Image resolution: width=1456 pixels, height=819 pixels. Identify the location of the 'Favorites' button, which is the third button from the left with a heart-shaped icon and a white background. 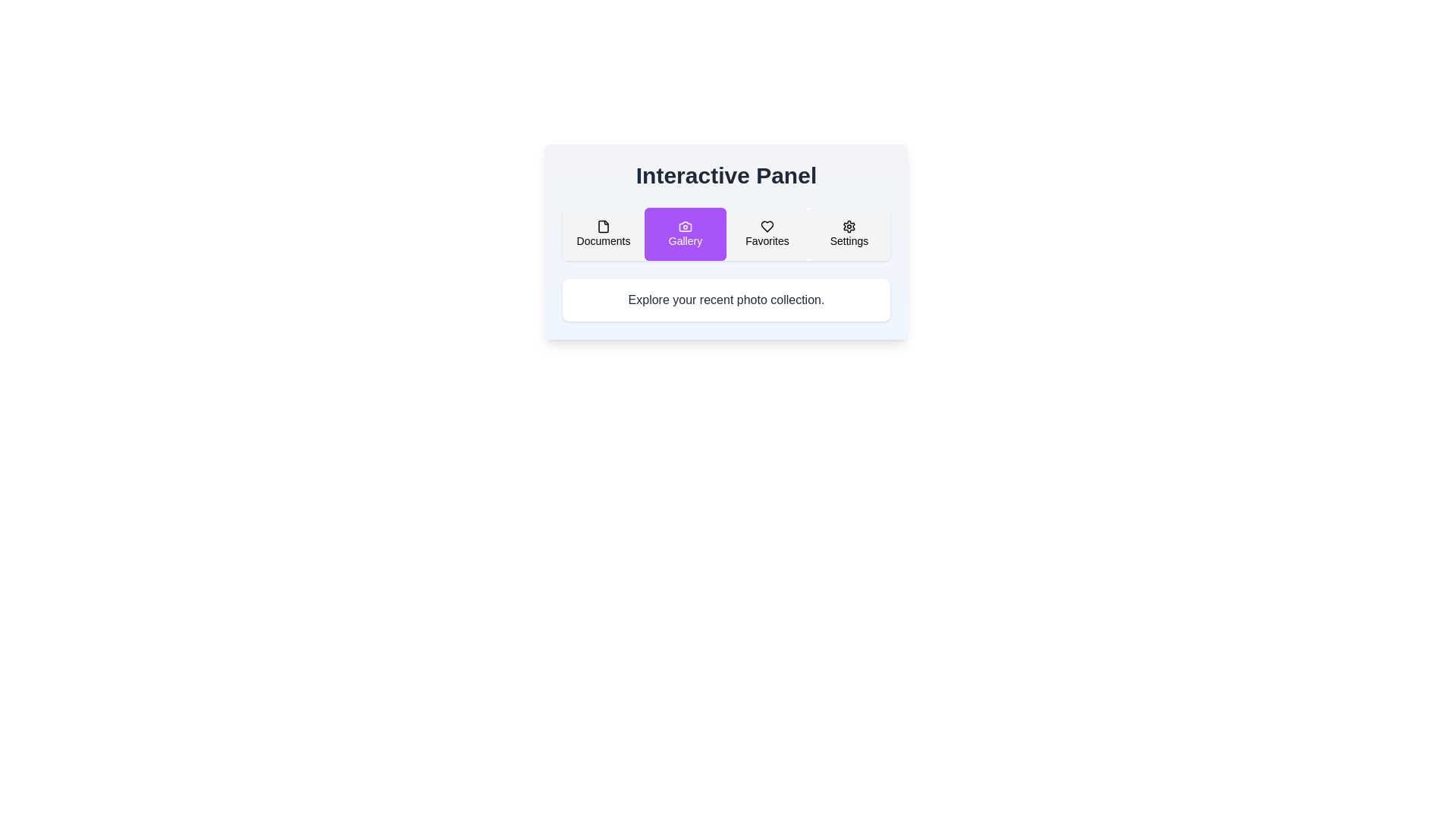
(767, 234).